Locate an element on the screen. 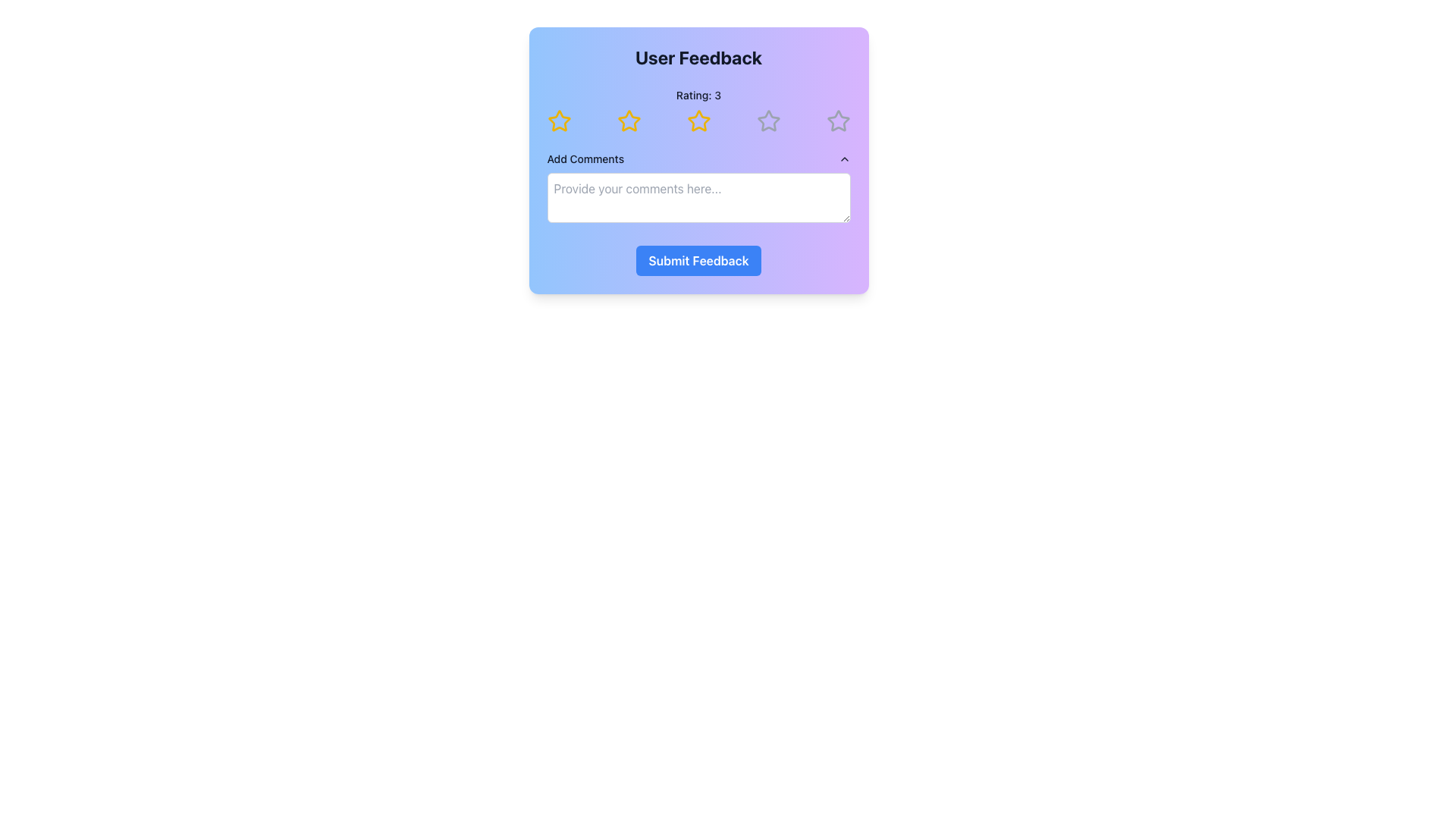  the 'Submit Feedback' button, which has a blue background and white bold text, located centrally at the bottom of the feedback card is located at coordinates (698, 259).